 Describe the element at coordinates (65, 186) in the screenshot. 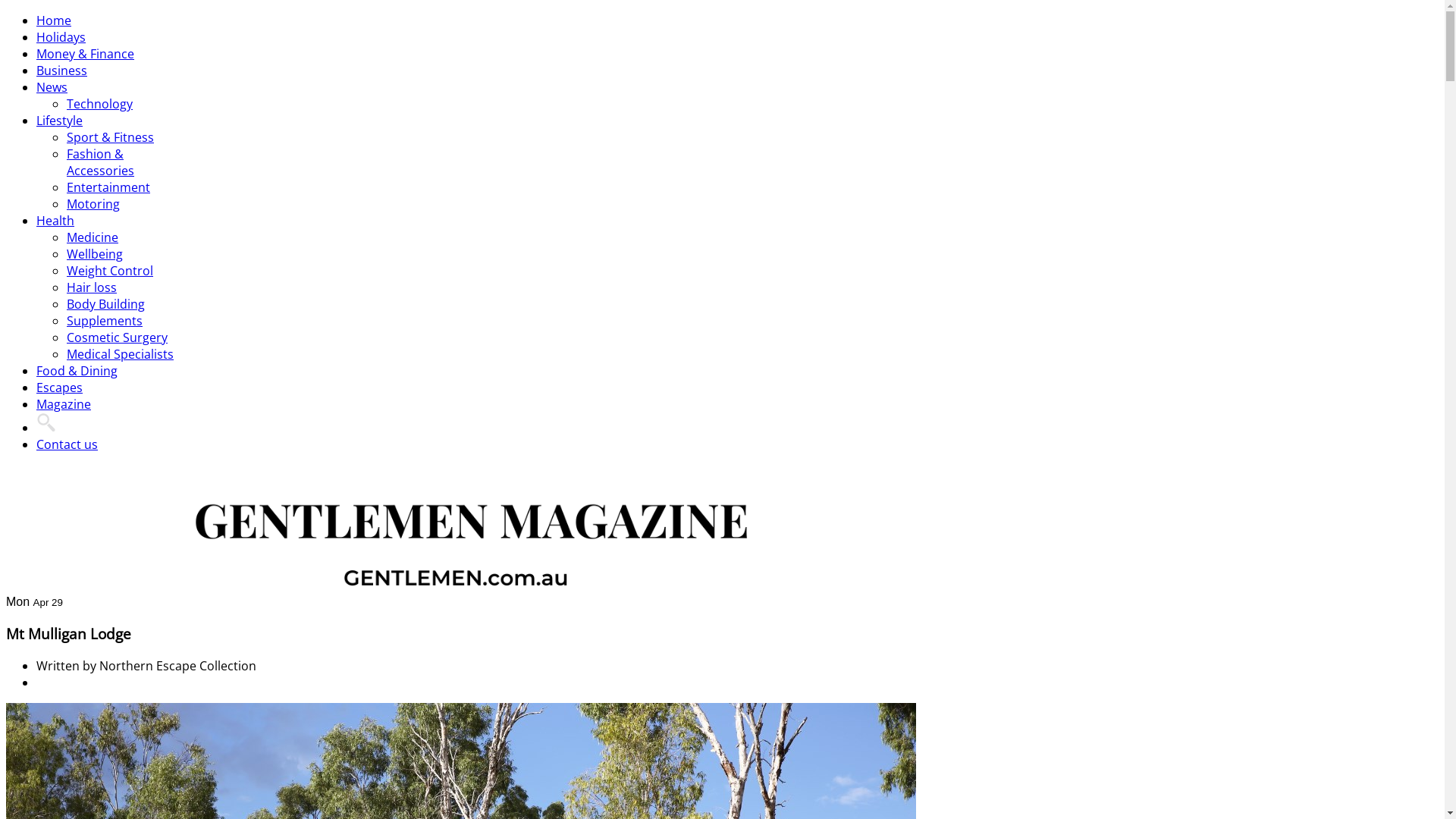

I see `'Entertainment'` at that location.